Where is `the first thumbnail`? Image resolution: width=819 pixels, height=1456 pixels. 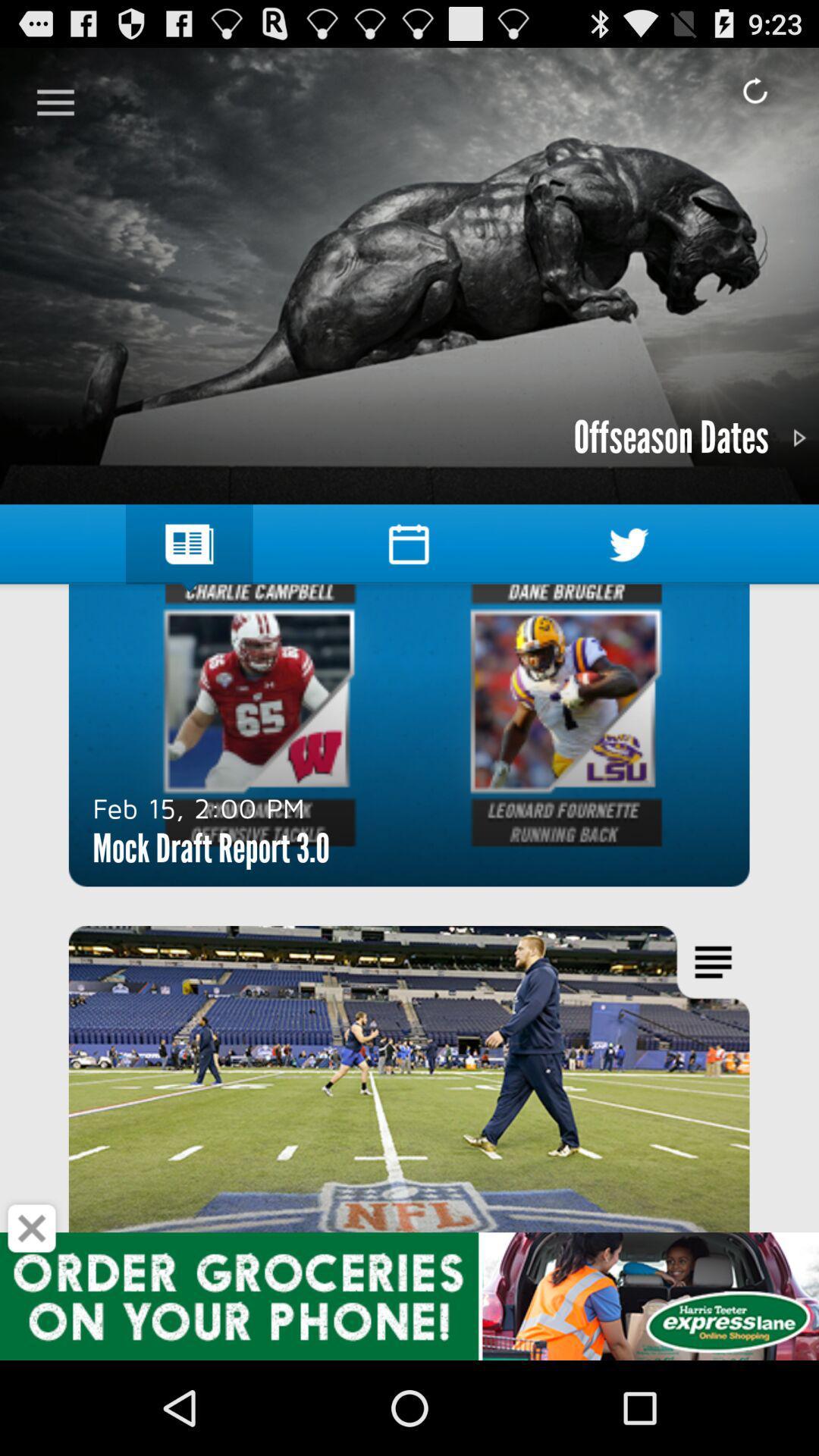 the first thumbnail is located at coordinates (409, 735).